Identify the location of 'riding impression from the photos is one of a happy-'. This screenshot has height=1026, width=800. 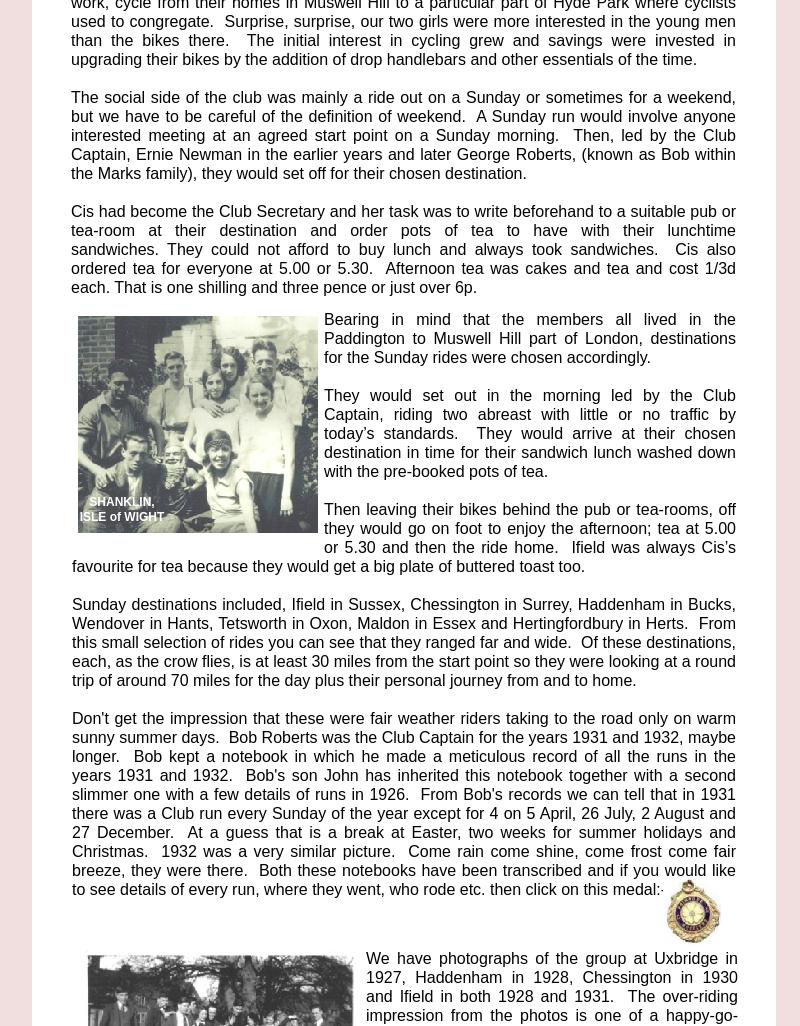
(552, 1004).